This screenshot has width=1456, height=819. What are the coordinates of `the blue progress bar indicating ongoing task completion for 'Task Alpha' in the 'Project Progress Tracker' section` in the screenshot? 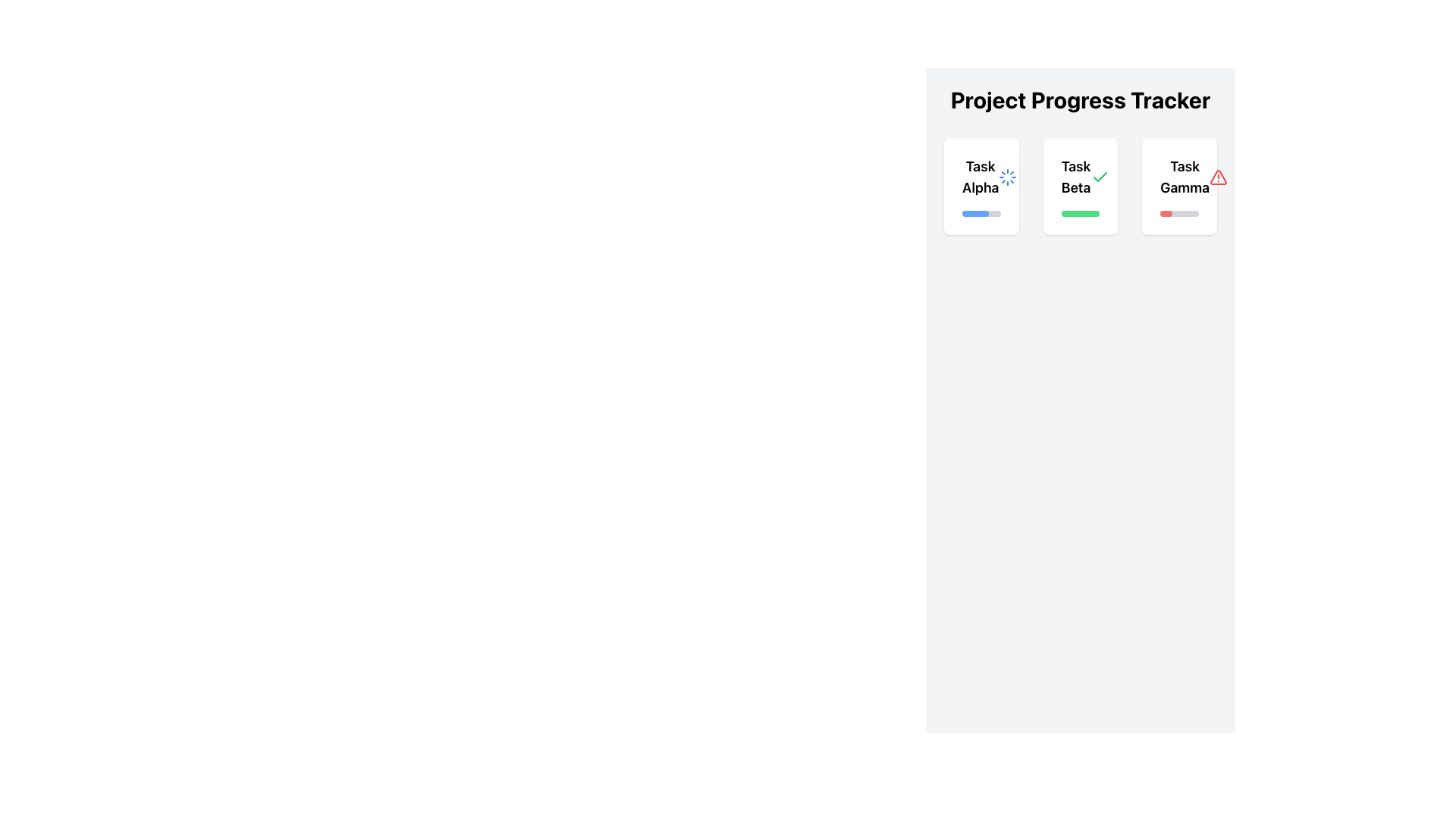 It's located at (975, 213).